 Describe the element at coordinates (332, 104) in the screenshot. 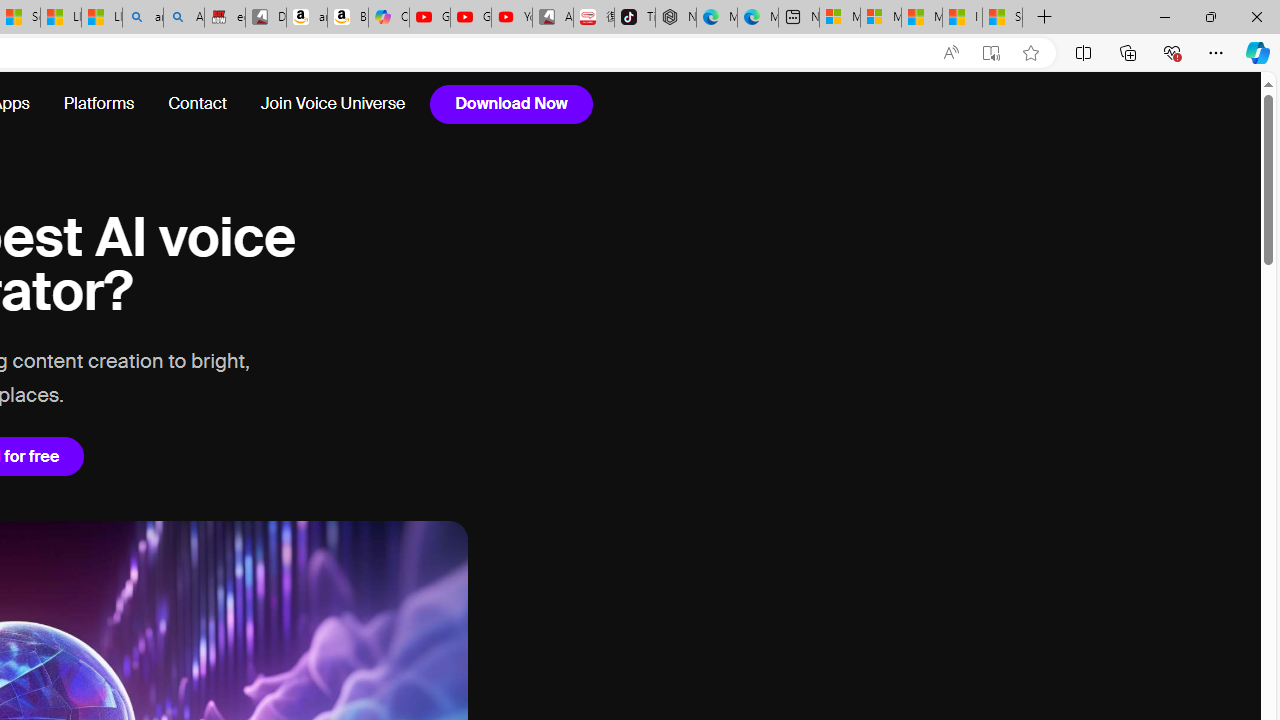

I see `'Join Voice Universe'` at that location.